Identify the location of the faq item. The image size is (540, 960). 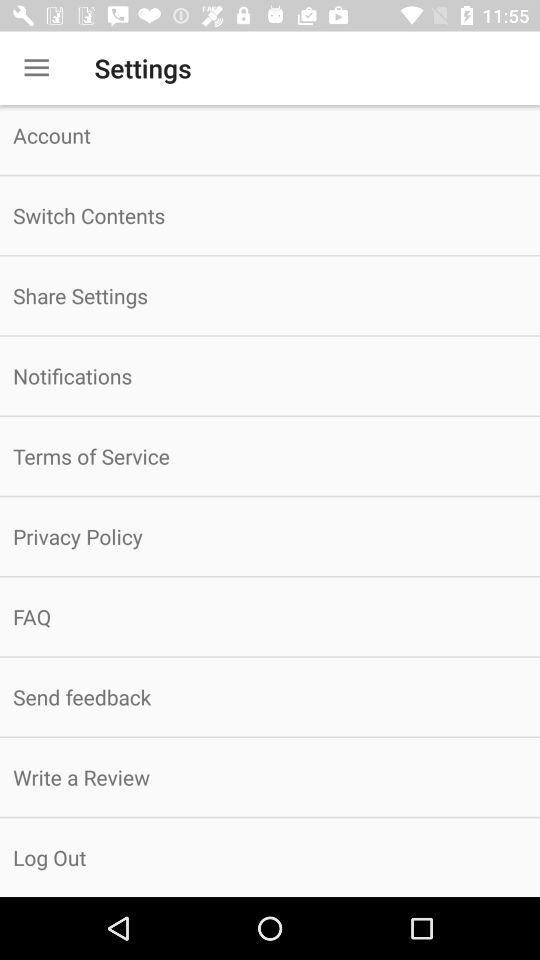
(270, 615).